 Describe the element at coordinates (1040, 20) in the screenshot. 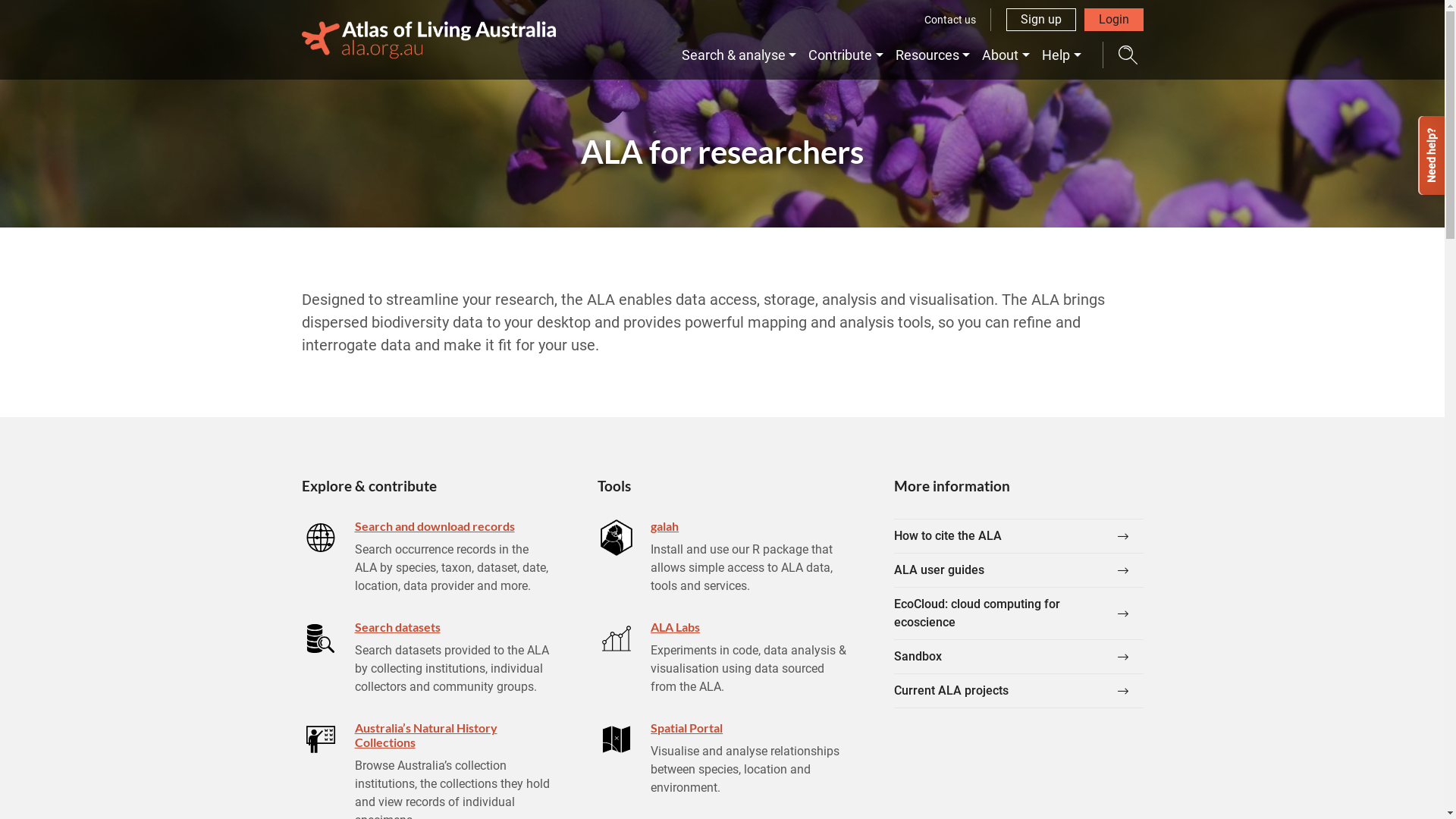

I see `'Sign up'` at that location.